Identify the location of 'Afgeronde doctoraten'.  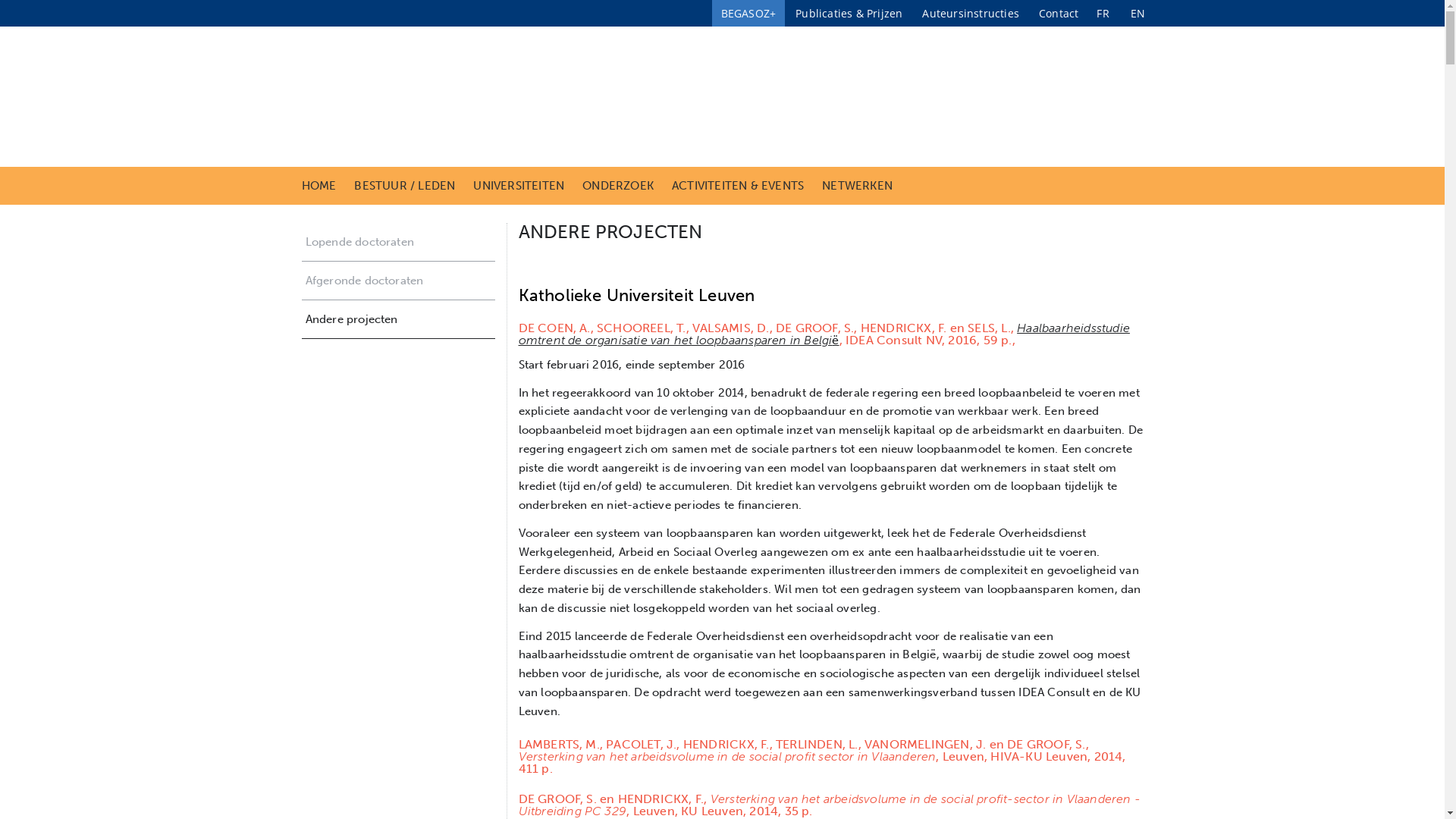
(398, 281).